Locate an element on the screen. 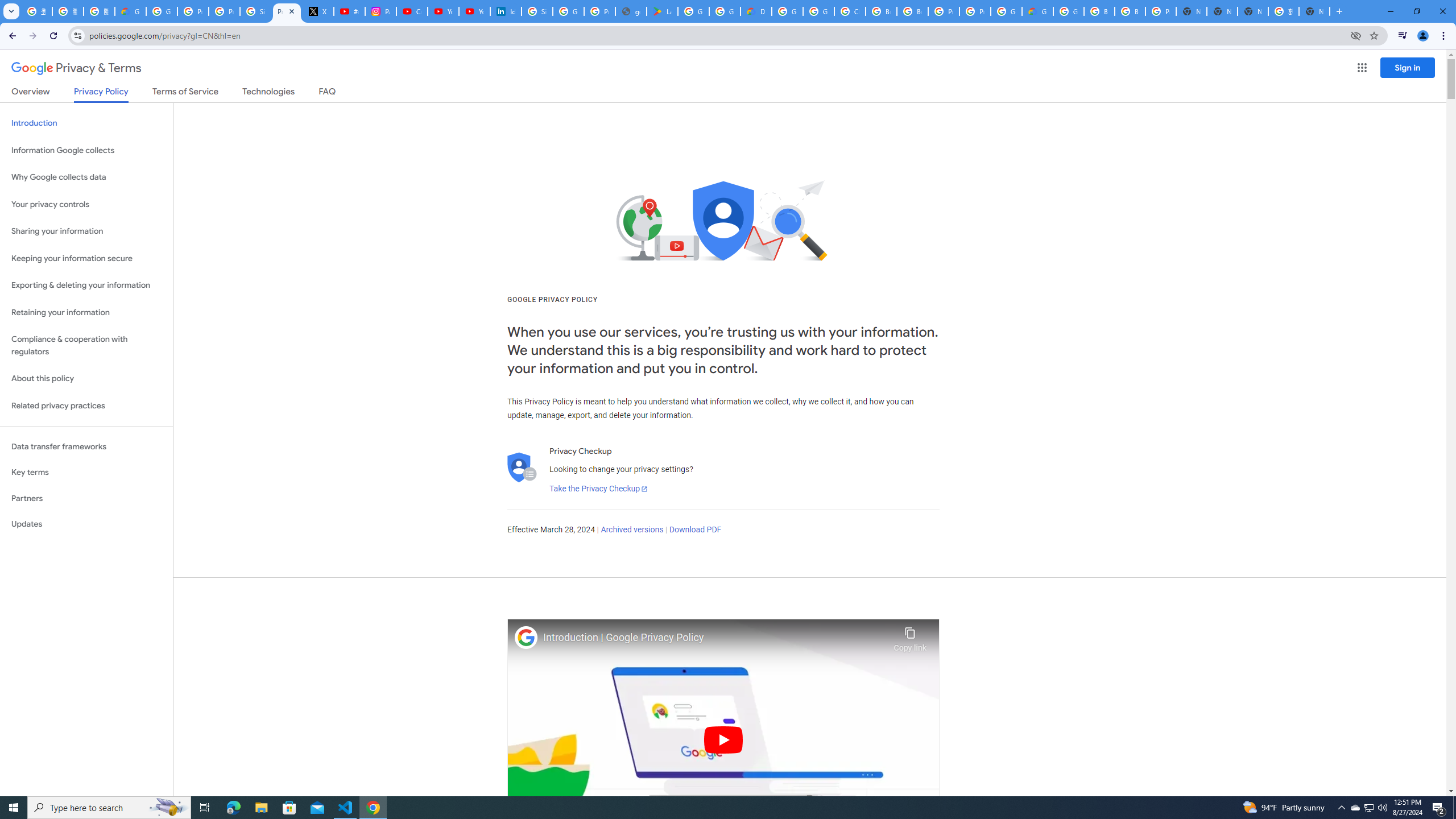 The height and width of the screenshot is (819, 1456). 'New Tab' is located at coordinates (1191, 11).